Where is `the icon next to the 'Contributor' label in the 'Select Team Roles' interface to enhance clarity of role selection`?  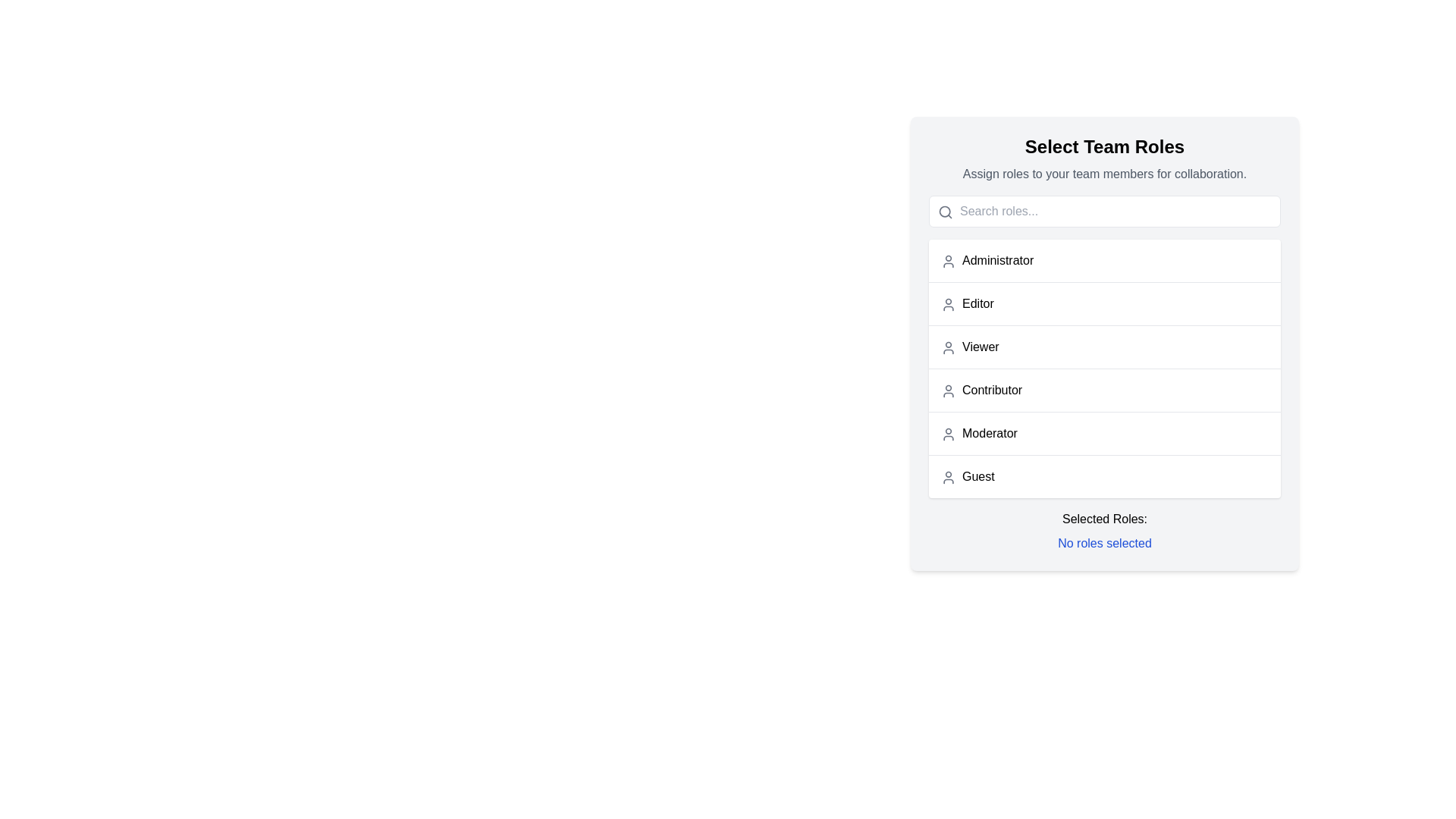
the icon next to the 'Contributor' label in the 'Select Team Roles' interface to enhance clarity of role selection is located at coordinates (948, 390).